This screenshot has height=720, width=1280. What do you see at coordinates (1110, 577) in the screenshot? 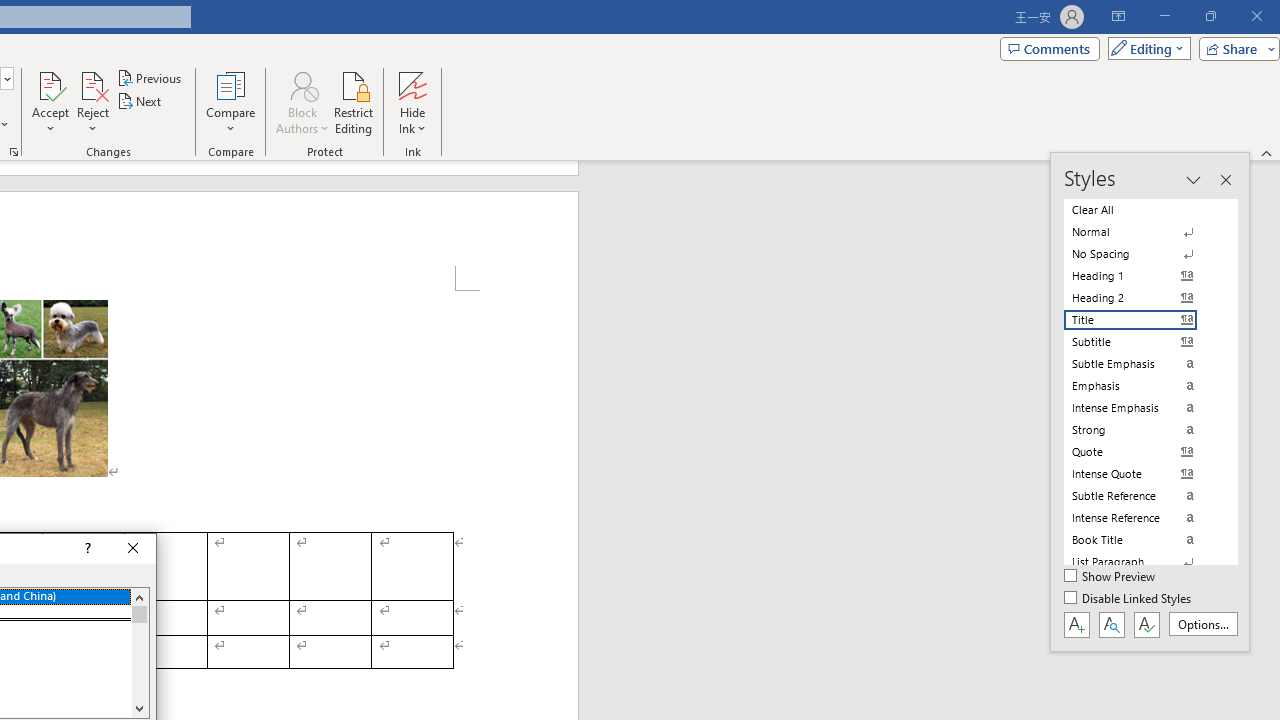
I see `'Show Preview'` at bounding box center [1110, 577].